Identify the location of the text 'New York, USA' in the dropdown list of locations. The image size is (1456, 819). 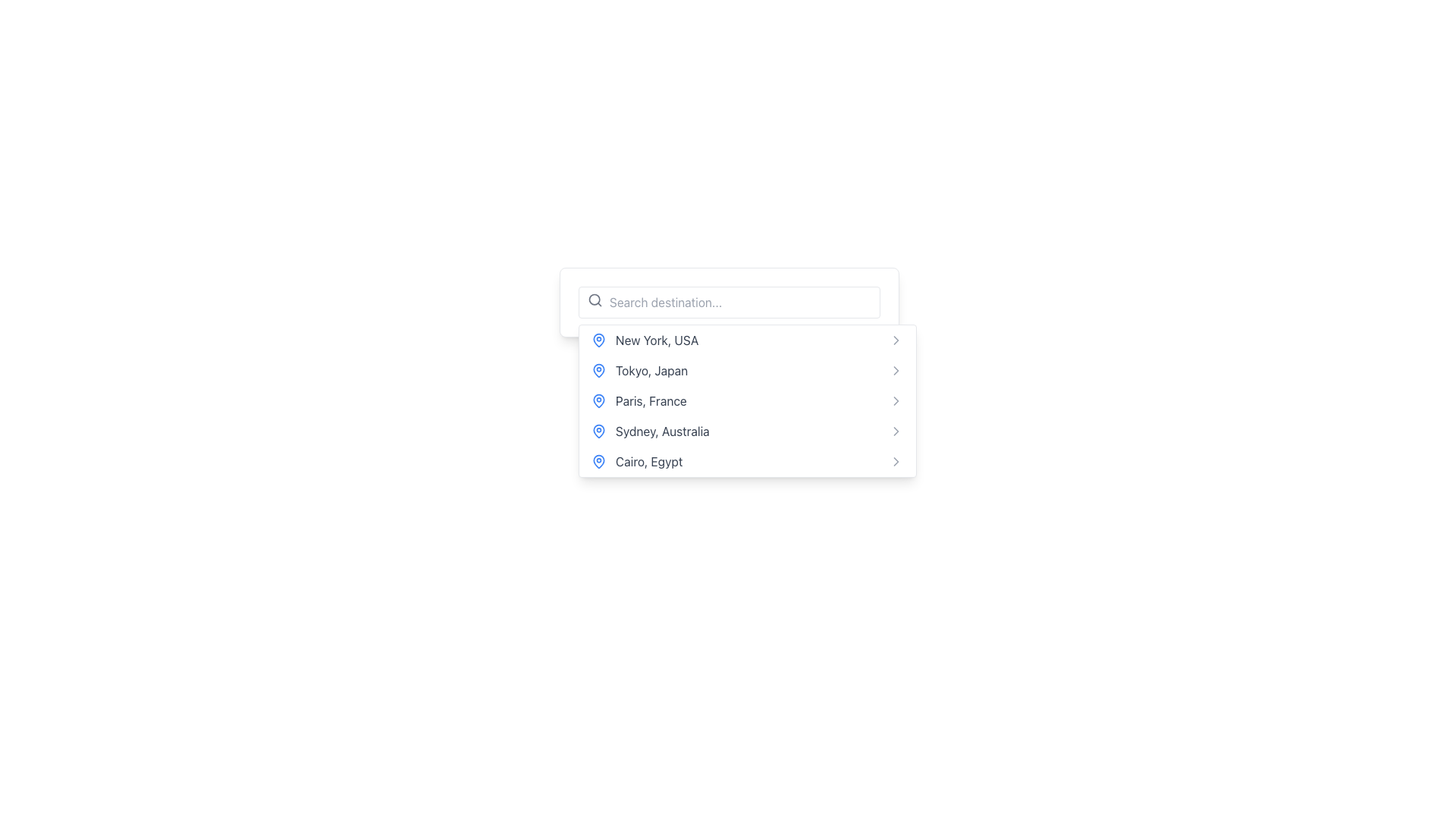
(657, 339).